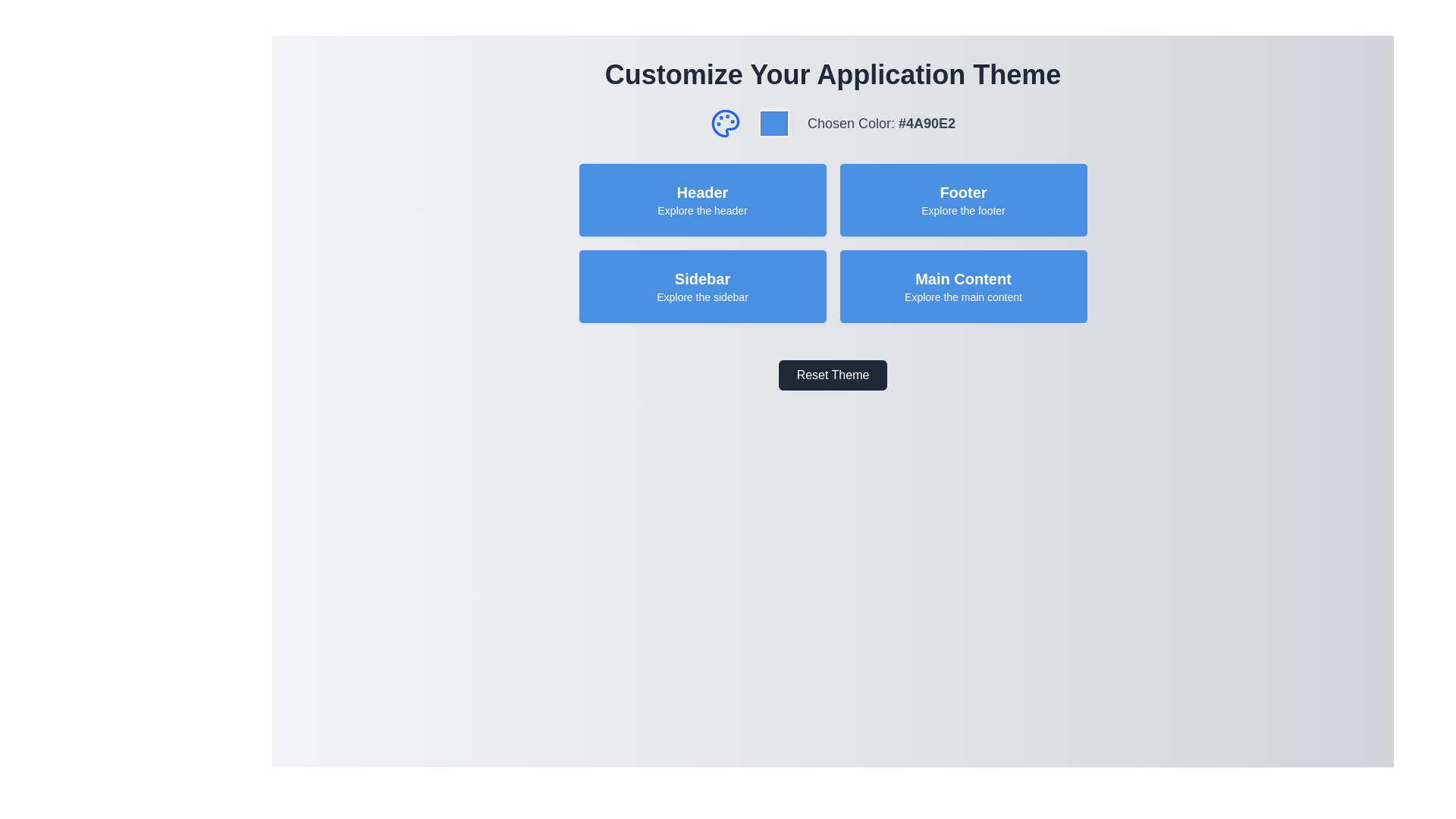  Describe the element at coordinates (962, 210) in the screenshot. I see `the text label displaying 'Explore the footer' which is contained within the blue 'Footer' block` at that location.